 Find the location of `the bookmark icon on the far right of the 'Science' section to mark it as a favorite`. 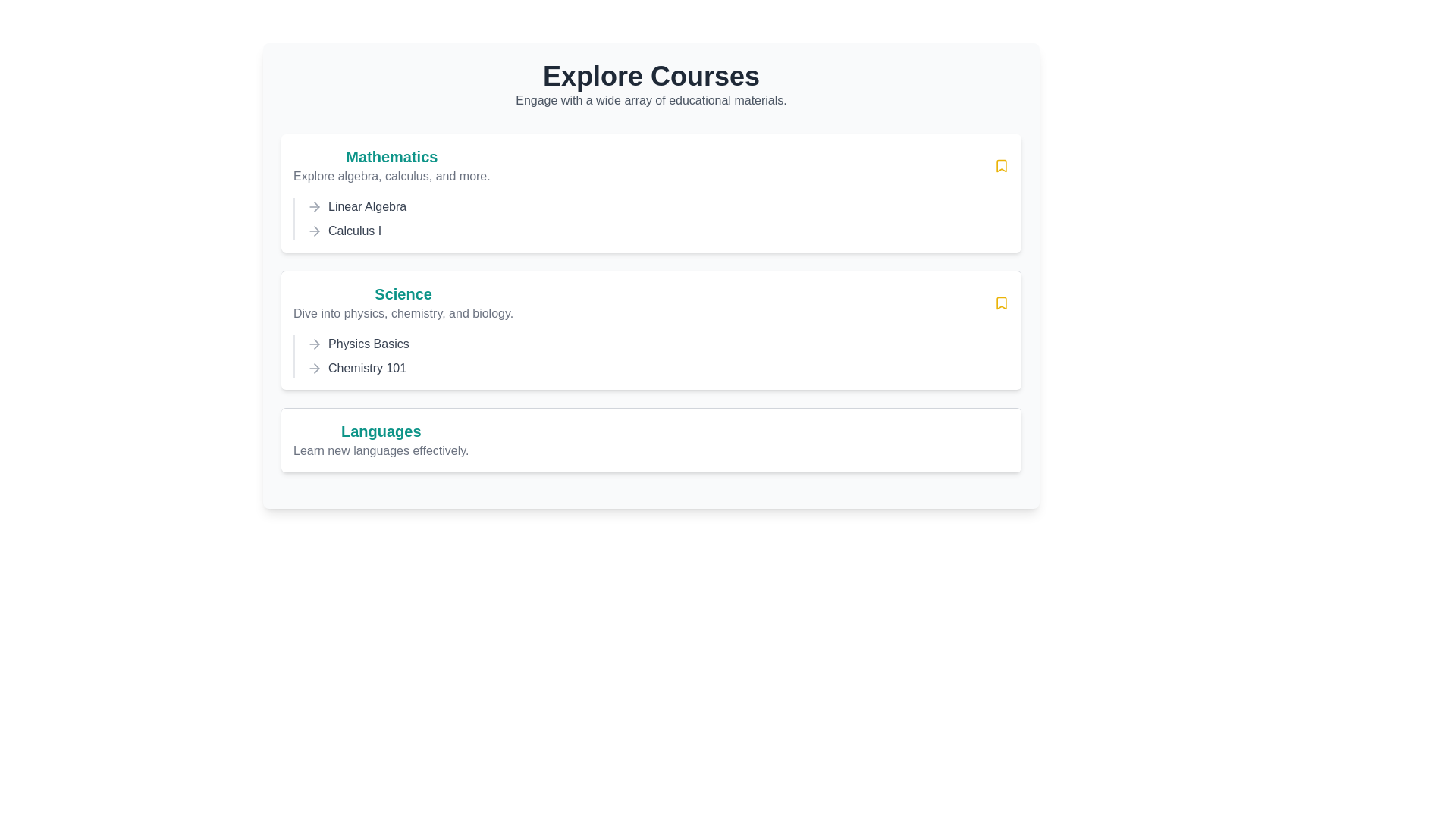

the bookmark icon on the far right of the 'Science' section to mark it as a favorite is located at coordinates (1001, 303).